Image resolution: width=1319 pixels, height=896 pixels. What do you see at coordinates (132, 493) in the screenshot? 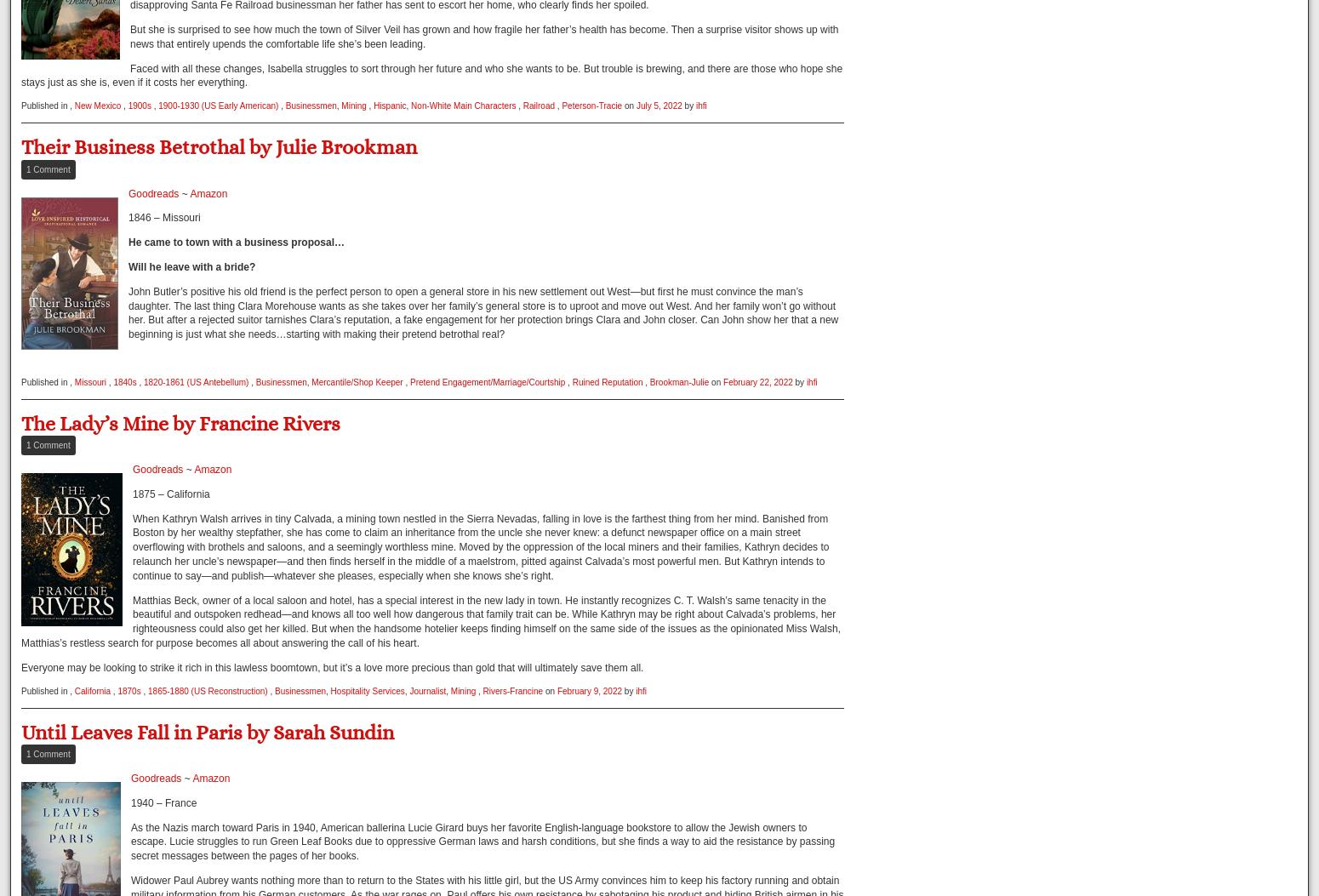
I see `'1875 – California'` at bounding box center [132, 493].